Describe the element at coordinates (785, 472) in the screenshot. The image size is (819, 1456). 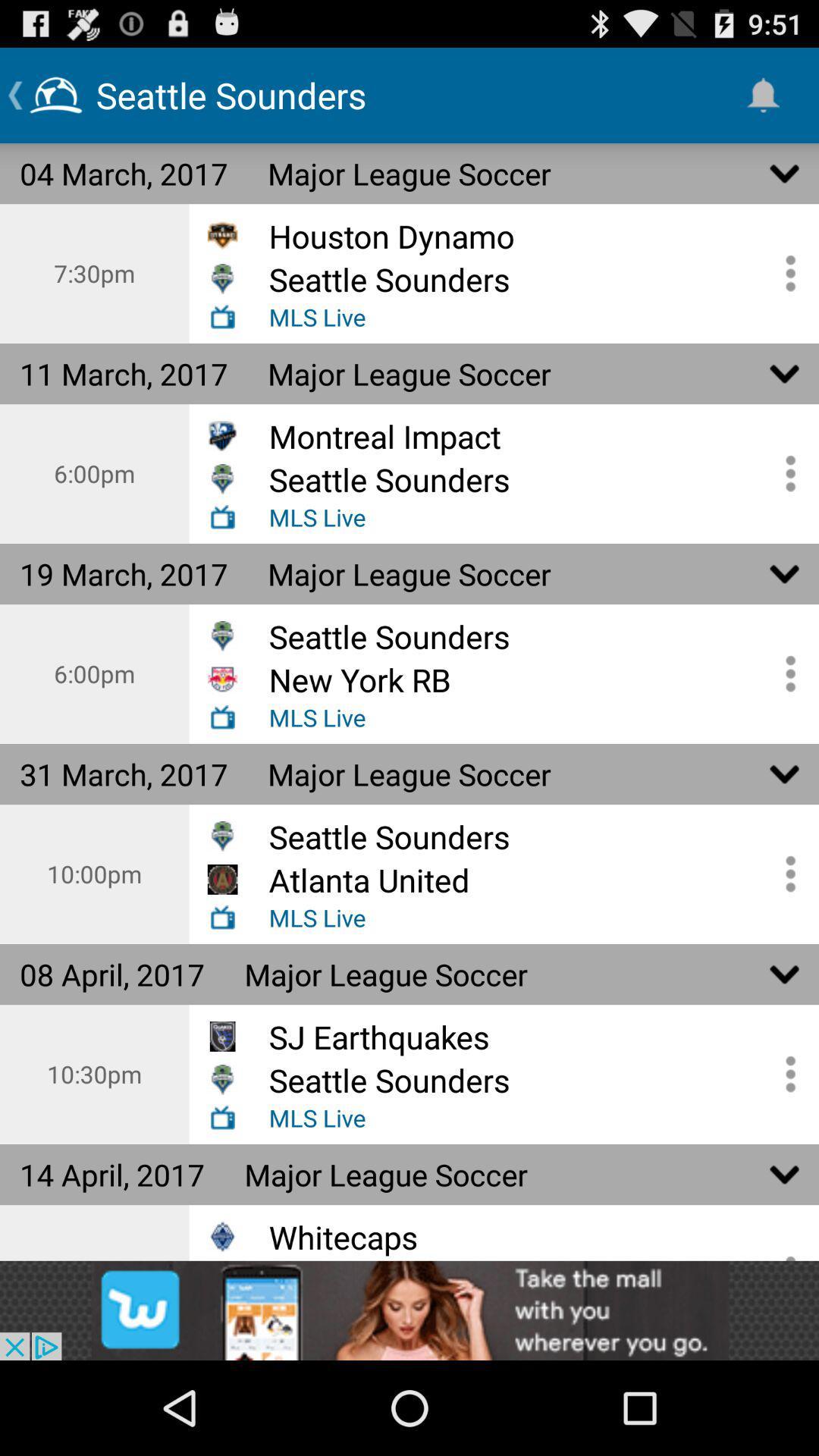
I see `more information` at that location.